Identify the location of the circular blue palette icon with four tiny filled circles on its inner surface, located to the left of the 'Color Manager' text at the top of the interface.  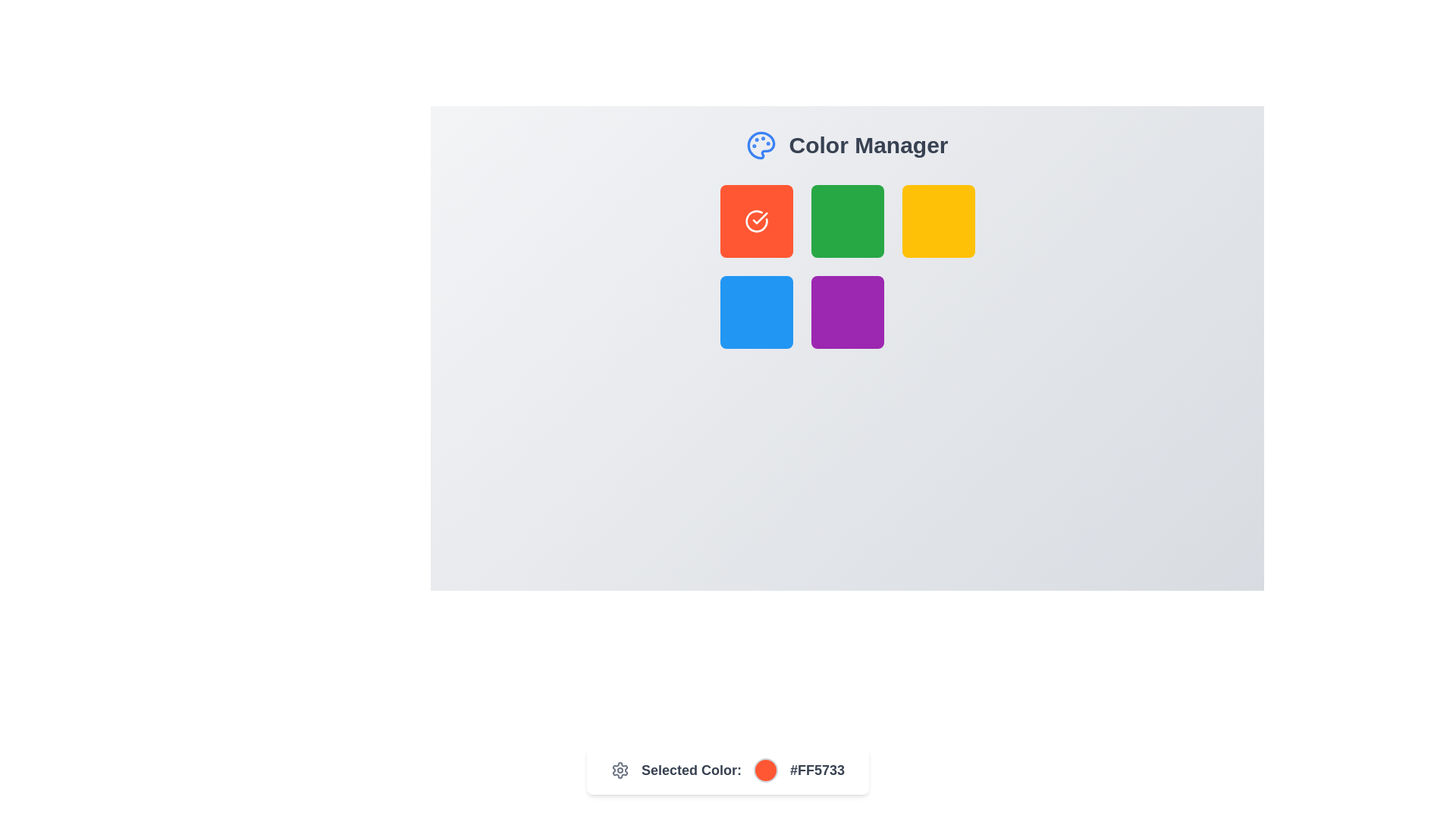
(761, 146).